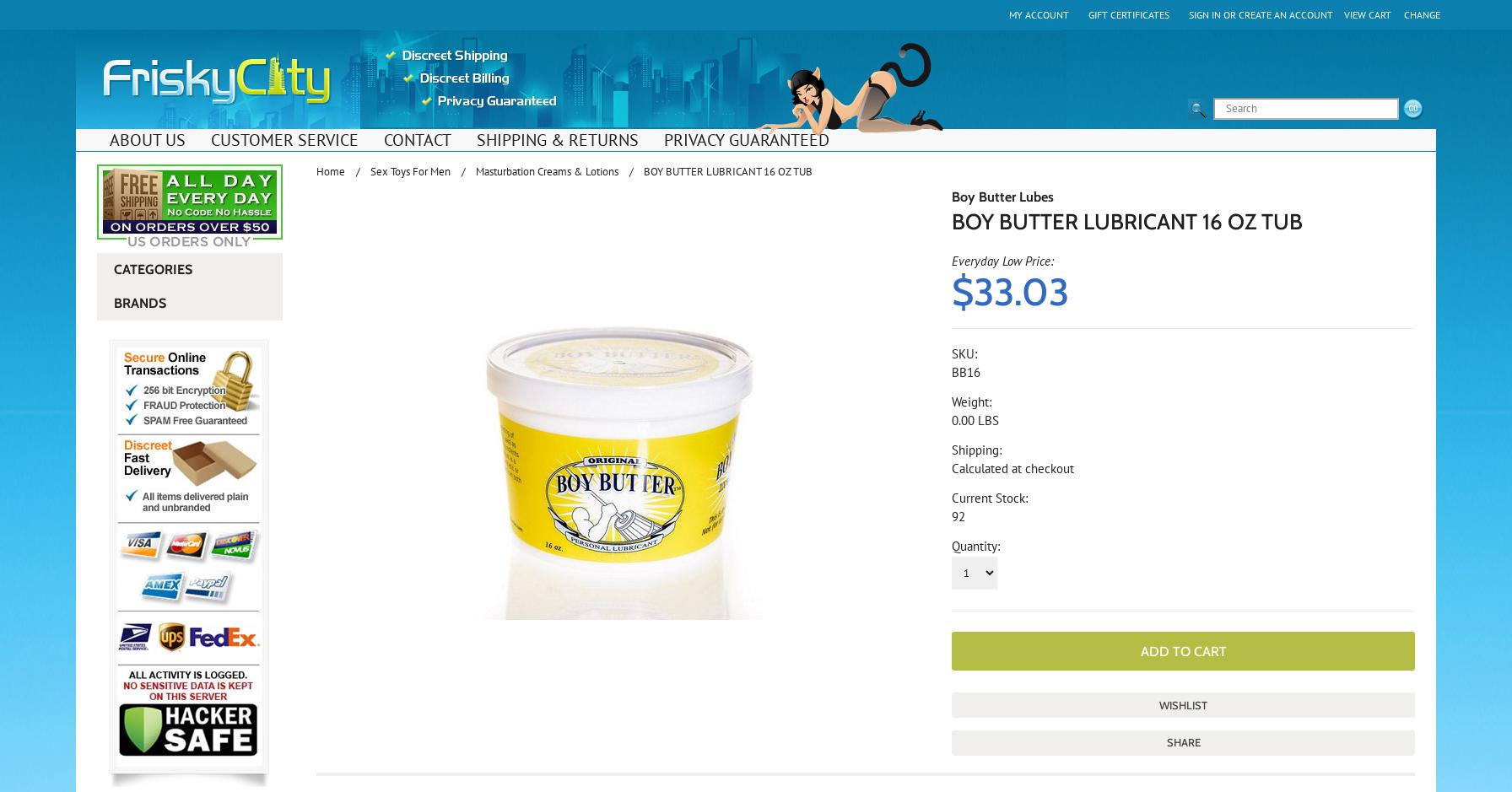 This screenshot has width=1512, height=792. Describe the element at coordinates (1285, 14) in the screenshot. I see `'Create an account'` at that location.